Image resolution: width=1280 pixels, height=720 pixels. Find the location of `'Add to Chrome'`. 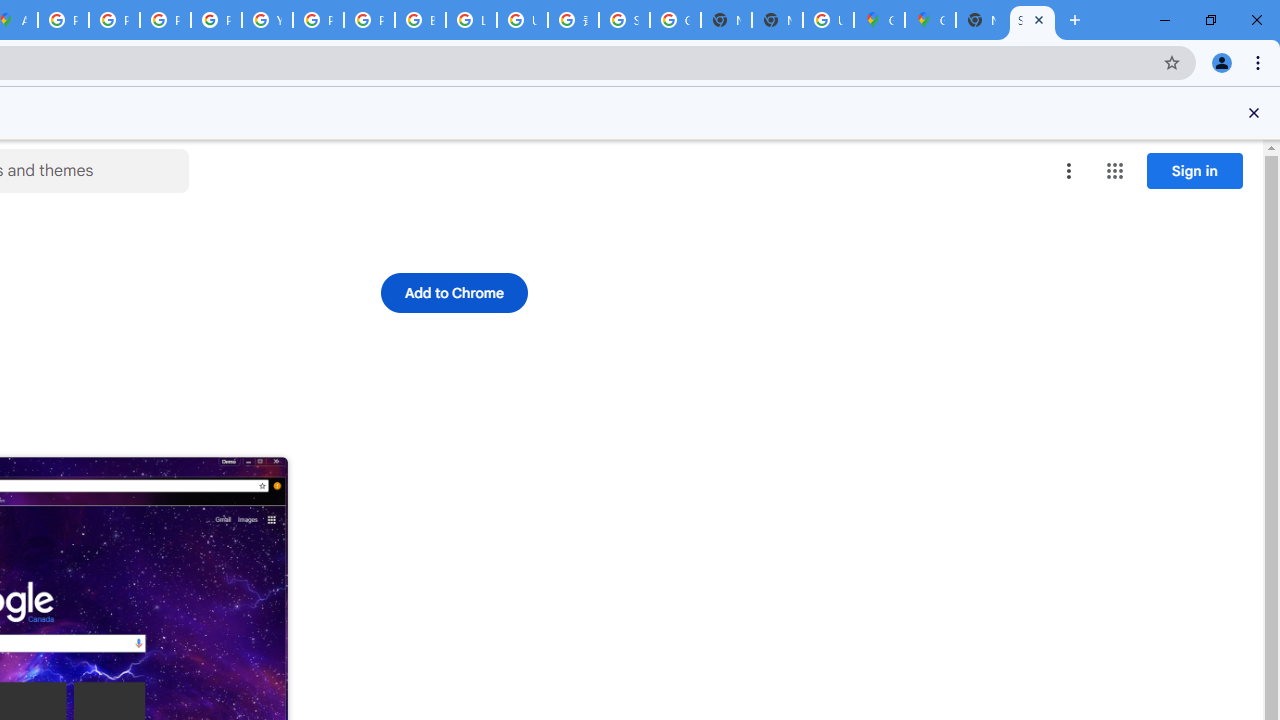

'Add to Chrome' is located at coordinates (452, 293).